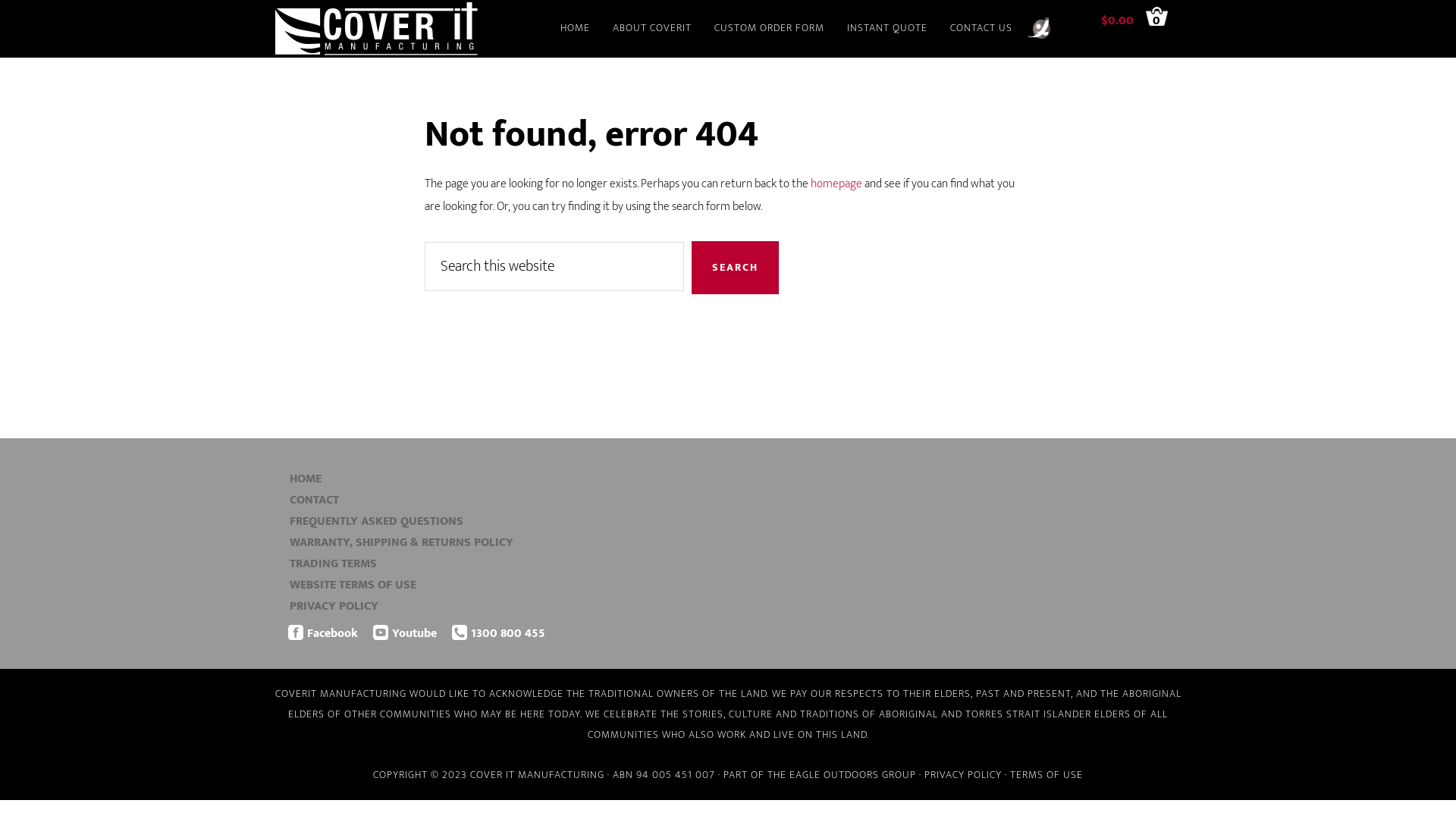 The image size is (1456, 819). What do you see at coordinates (651, 29) in the screenshot?
I see `'ABOUT COVERIT'` at bounding box center [651, 29].